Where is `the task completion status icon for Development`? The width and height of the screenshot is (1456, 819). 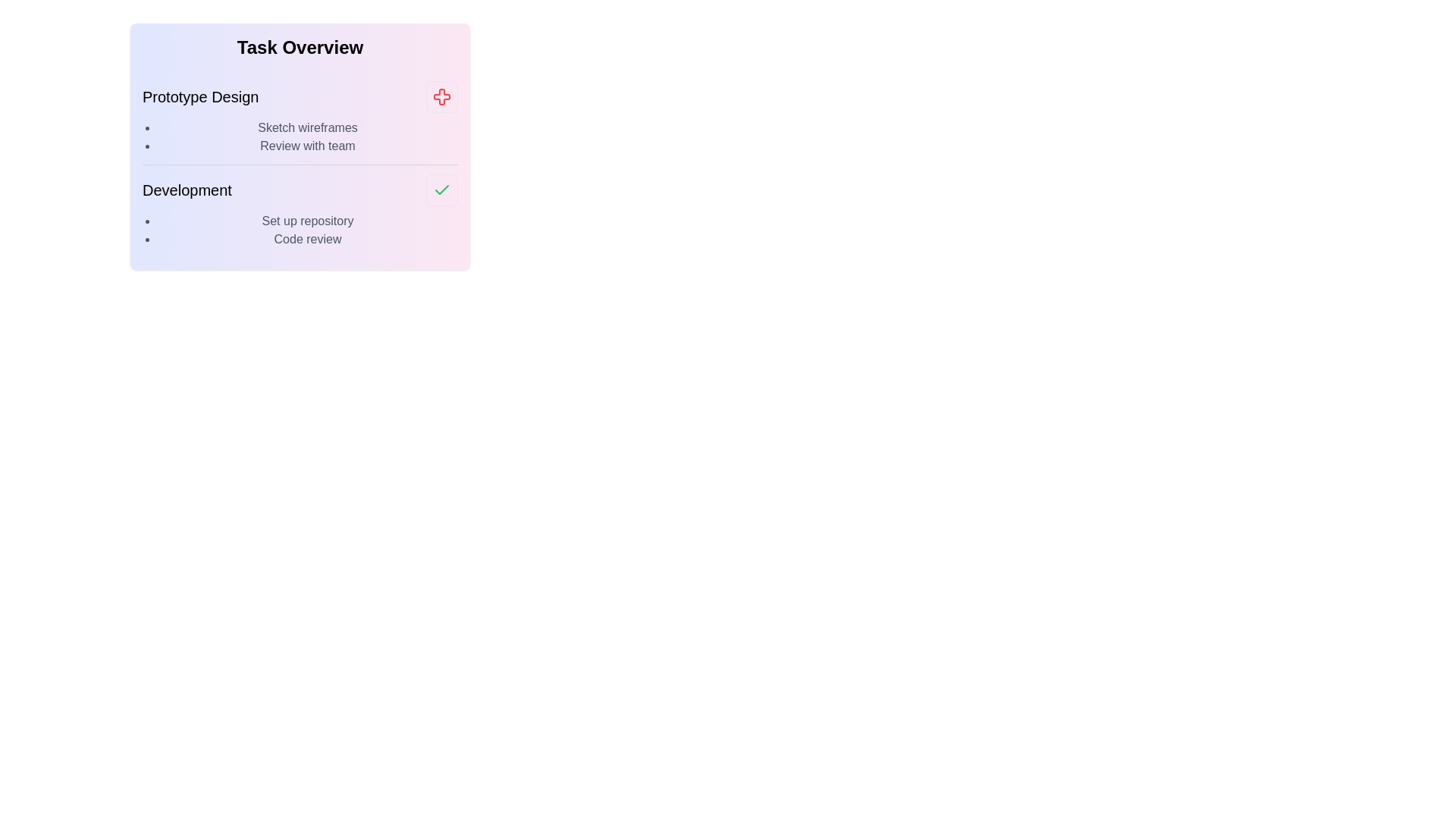 the task completion status icon for Development is located at coordinates (441, 189).